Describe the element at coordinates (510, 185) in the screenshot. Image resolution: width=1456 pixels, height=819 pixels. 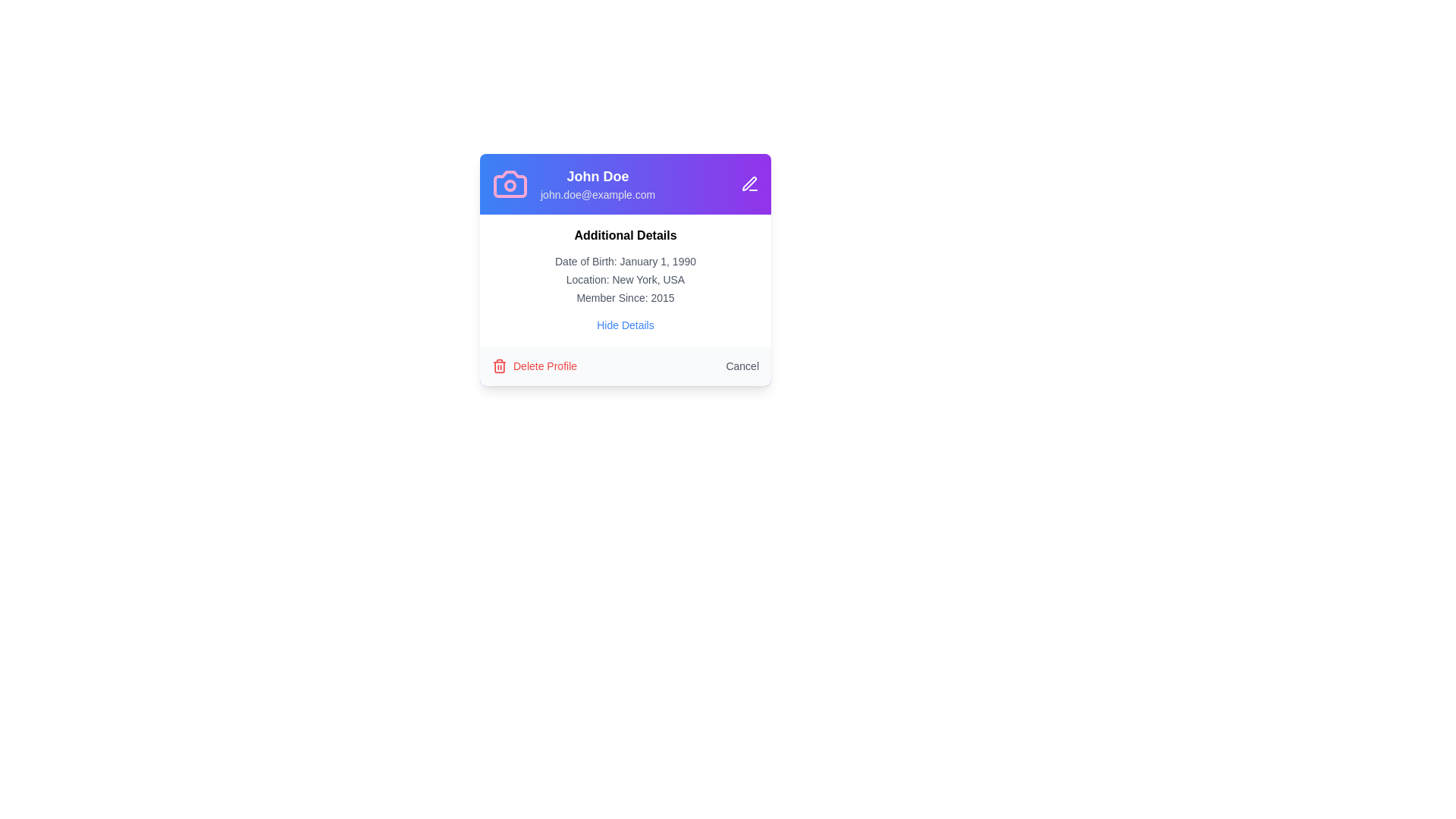
I see `the small circular feature located within the lens of the camera icon at the specified coordinates` at that location.